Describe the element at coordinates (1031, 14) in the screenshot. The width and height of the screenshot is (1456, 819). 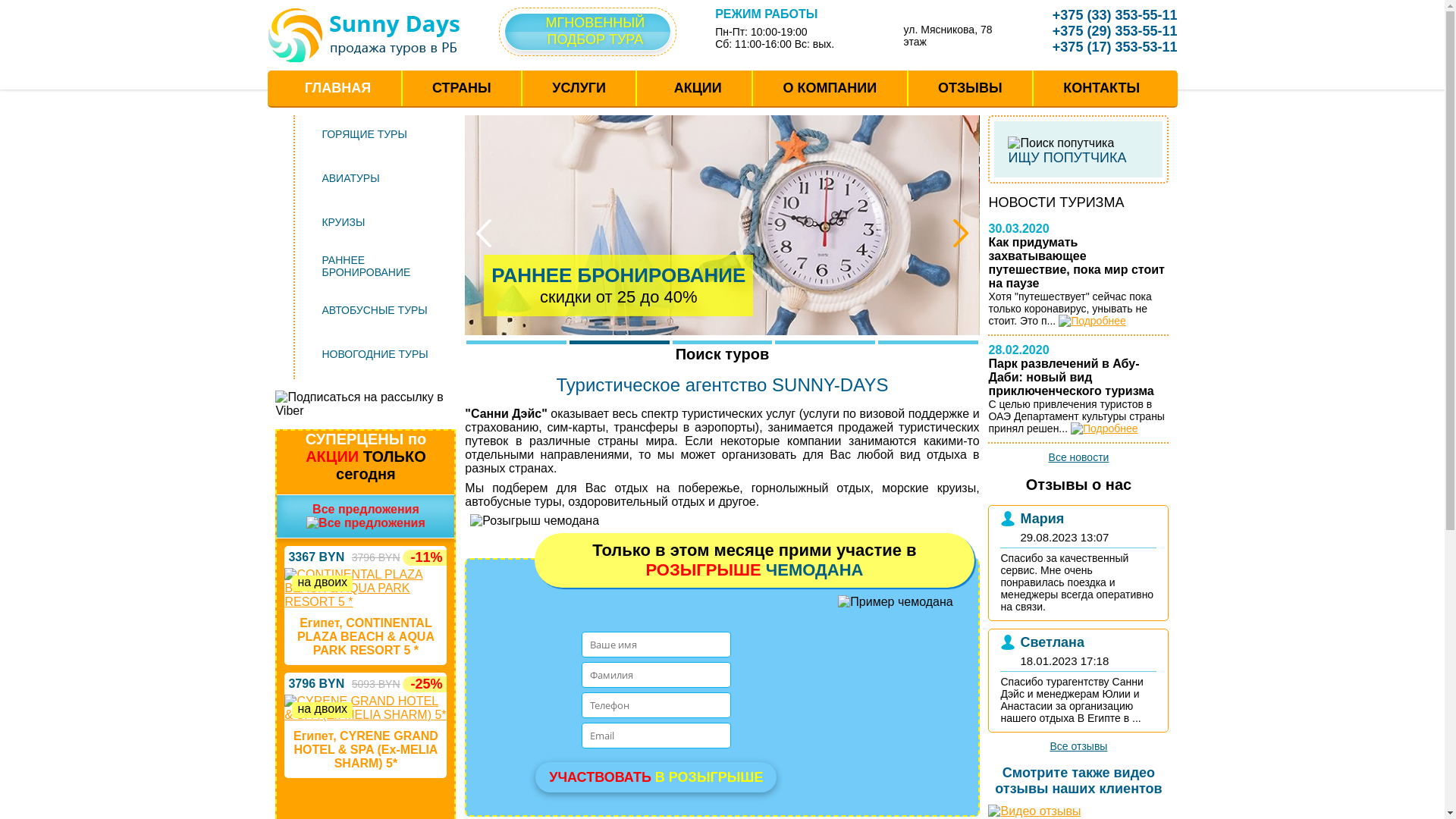
I see `'+375 (33) 353-55-11'` at that location.